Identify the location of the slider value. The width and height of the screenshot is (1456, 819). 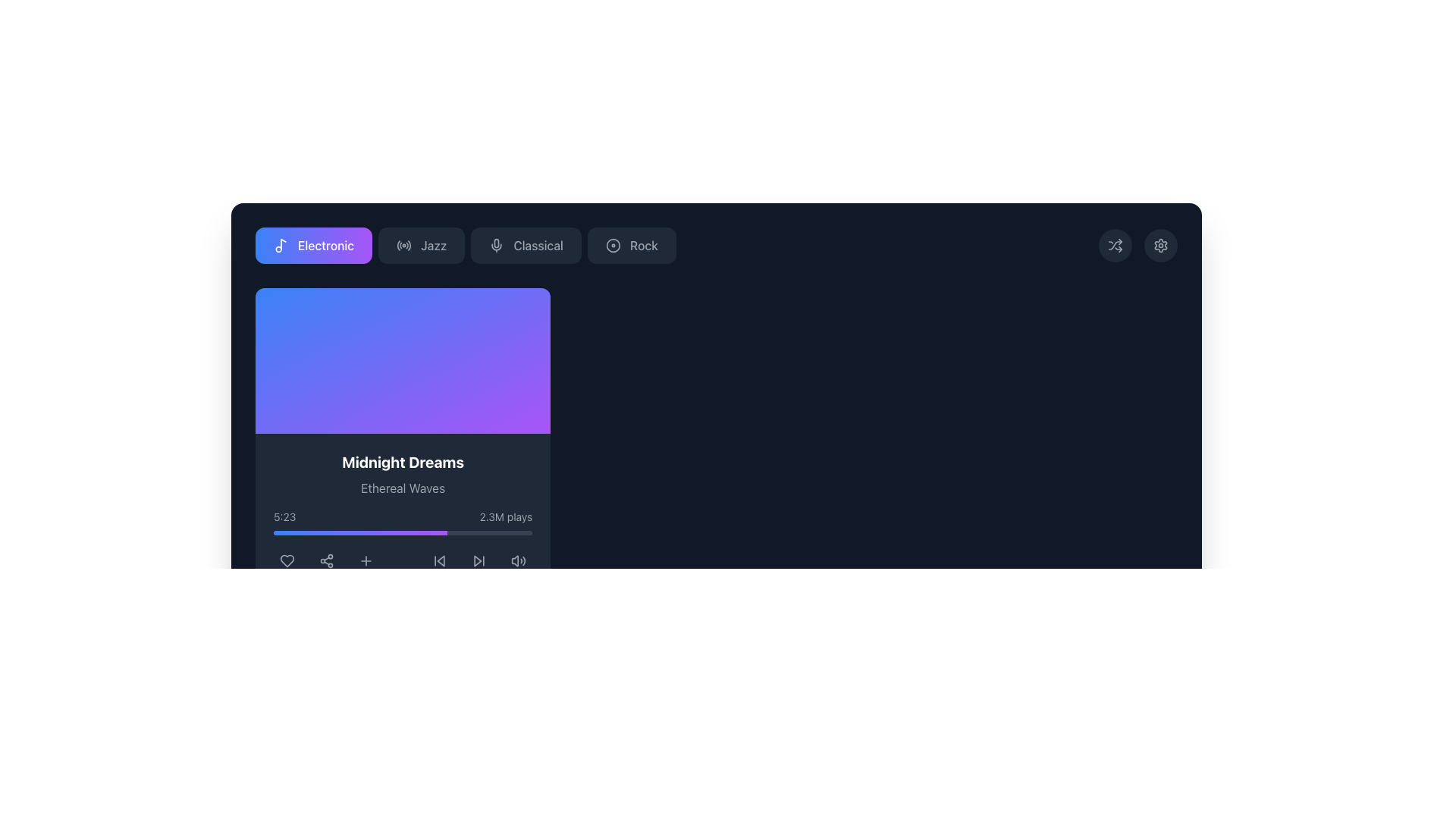
(358, 532).